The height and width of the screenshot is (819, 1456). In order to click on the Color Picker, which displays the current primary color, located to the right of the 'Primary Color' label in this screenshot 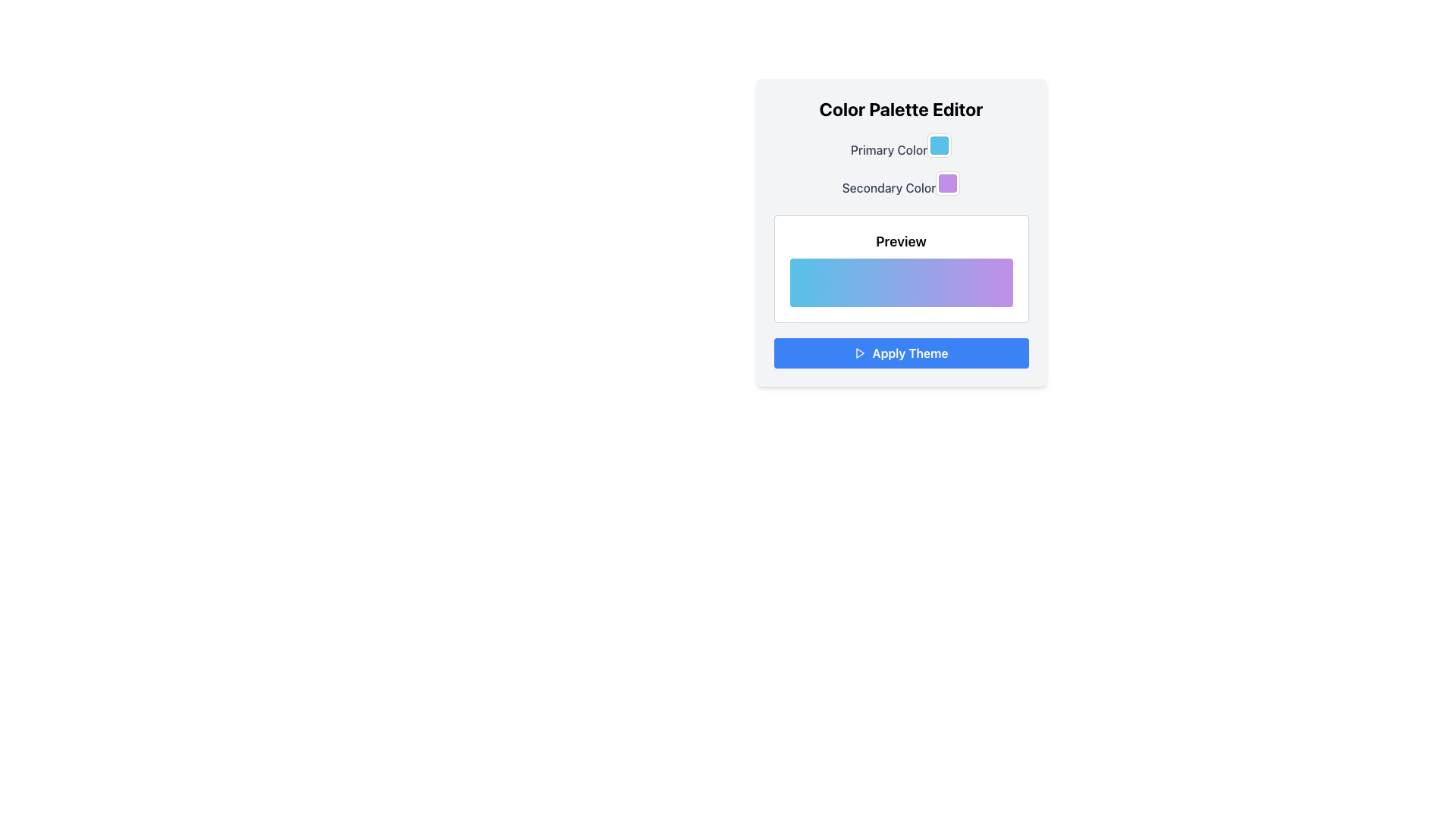, I will do `click(938, 146)`.